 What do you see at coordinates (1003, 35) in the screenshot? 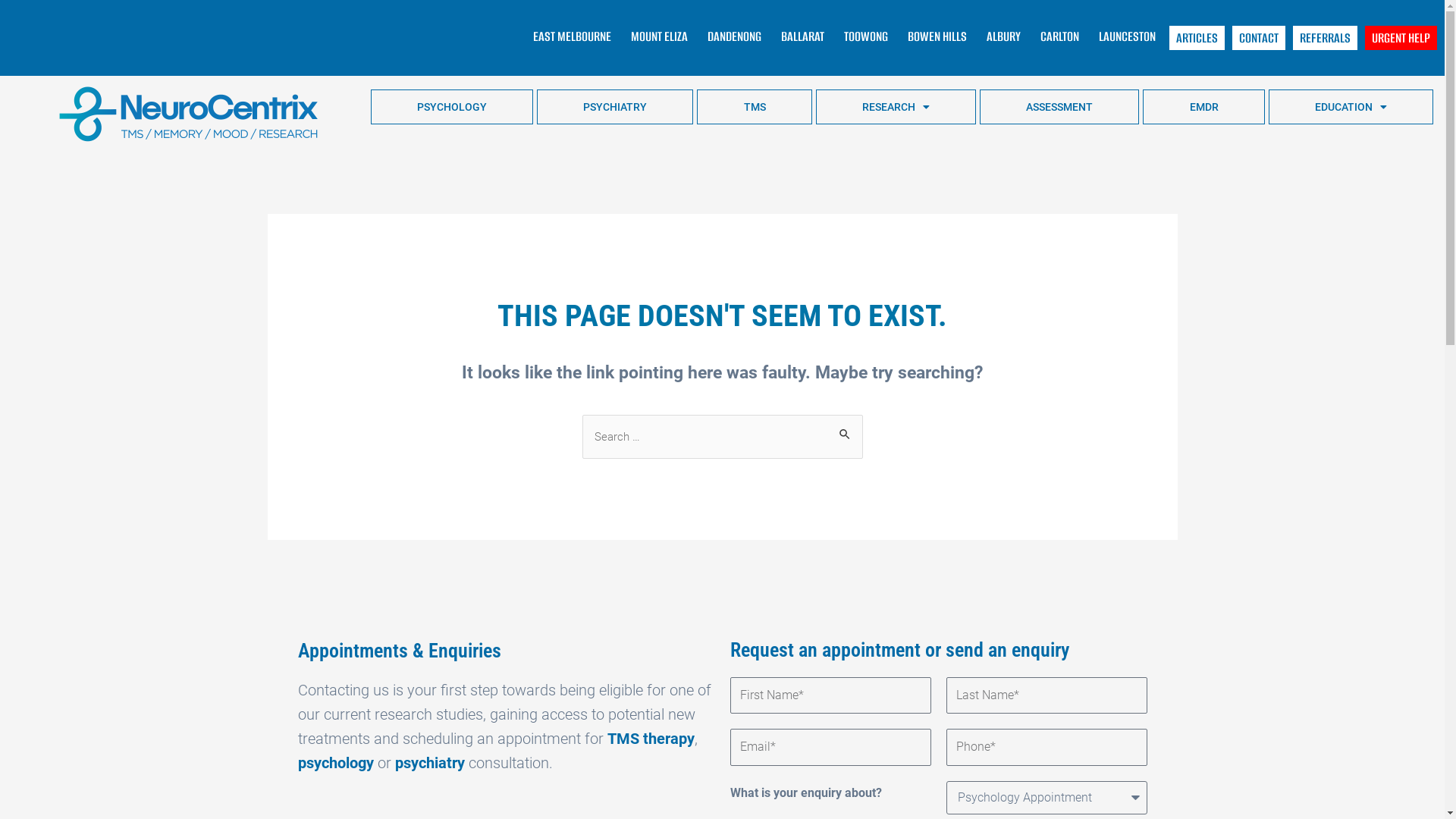
I see `'ALBURY'` at bounding box center [1003, 35].